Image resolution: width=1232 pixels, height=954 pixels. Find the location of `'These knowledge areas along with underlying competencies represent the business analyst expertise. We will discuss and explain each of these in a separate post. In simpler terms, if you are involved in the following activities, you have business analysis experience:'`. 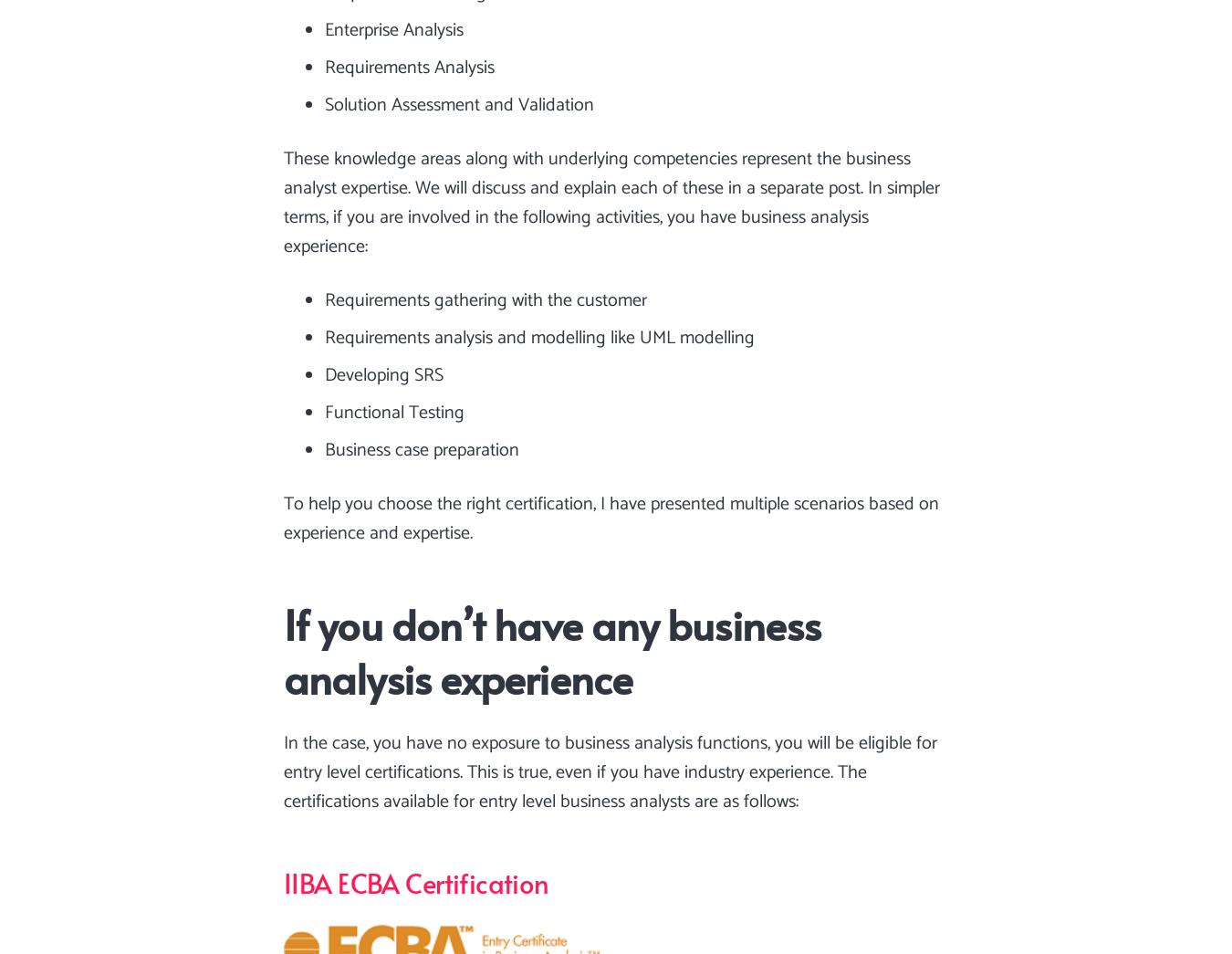

'These knowledge areas along with underlying competencies represent the business analyst expertise. We will discuss and explain each of these in a separate post. In simpler terms, if you are involved in the following activities, you have business analysis experience:' is located at coordinates (283, 203).